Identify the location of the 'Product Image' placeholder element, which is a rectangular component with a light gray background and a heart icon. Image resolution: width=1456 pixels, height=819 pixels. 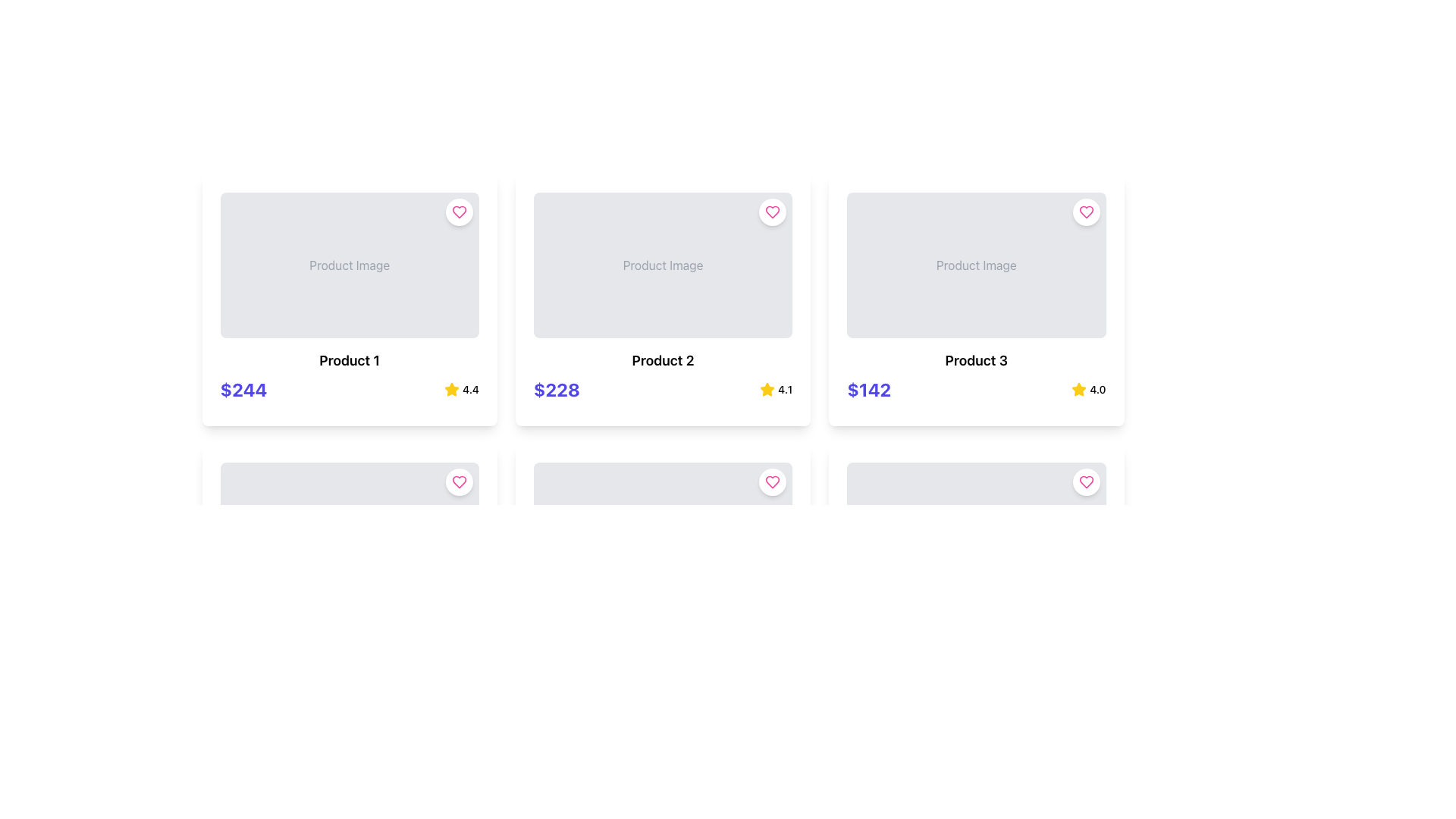
(663, 265).